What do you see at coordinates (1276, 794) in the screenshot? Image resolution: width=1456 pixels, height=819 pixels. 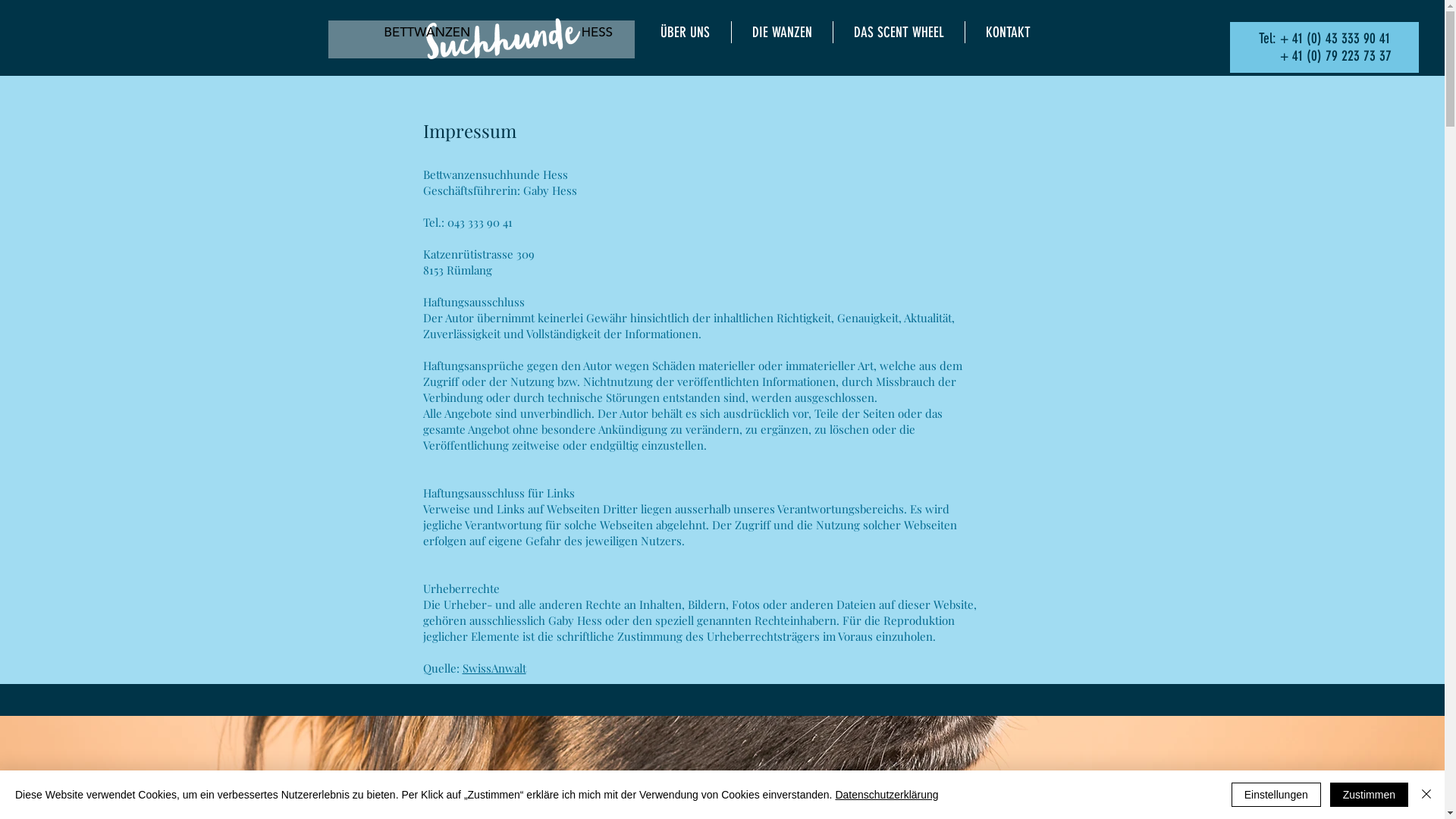 I see `'Einstellungen'` at bounding box center [1276, 794].